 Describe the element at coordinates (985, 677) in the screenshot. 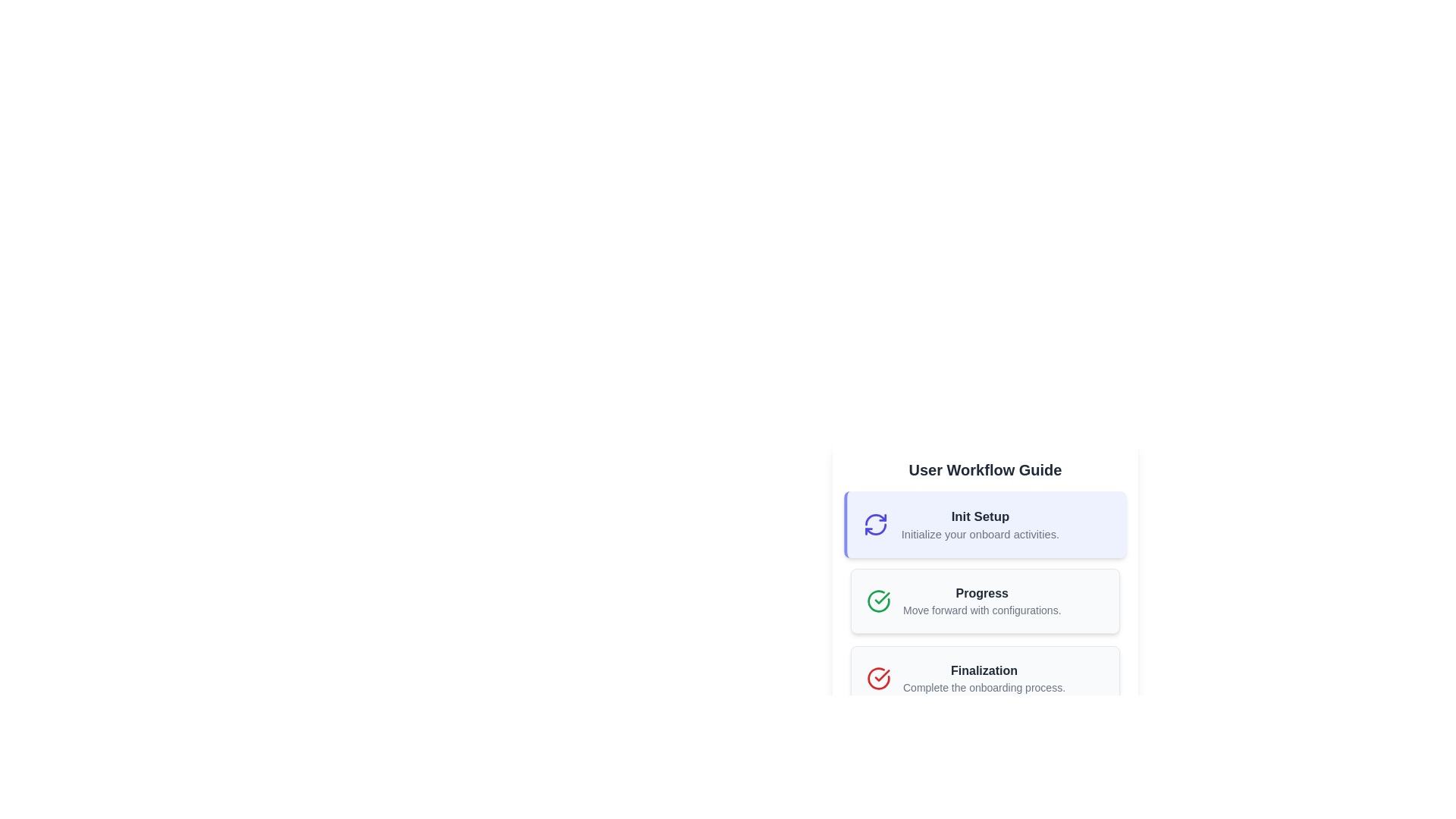

I see `the third informational card in the 'User Workflow Guide' section` at that location.